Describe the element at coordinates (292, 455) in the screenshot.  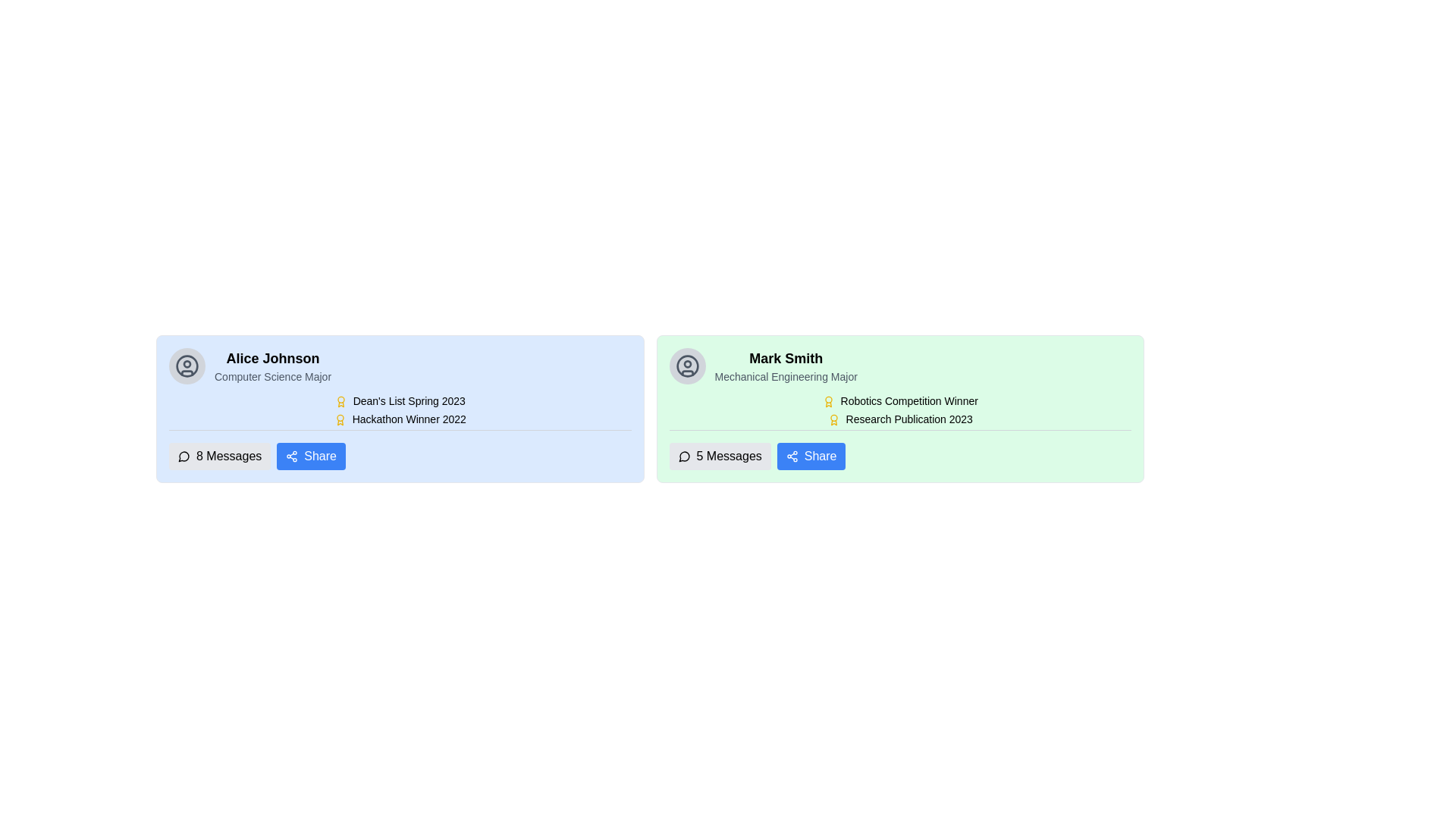
I see `the sharing icon located inside the 'Share' button at the bottom-right corner of Alice Johnson's profile card` at that location.